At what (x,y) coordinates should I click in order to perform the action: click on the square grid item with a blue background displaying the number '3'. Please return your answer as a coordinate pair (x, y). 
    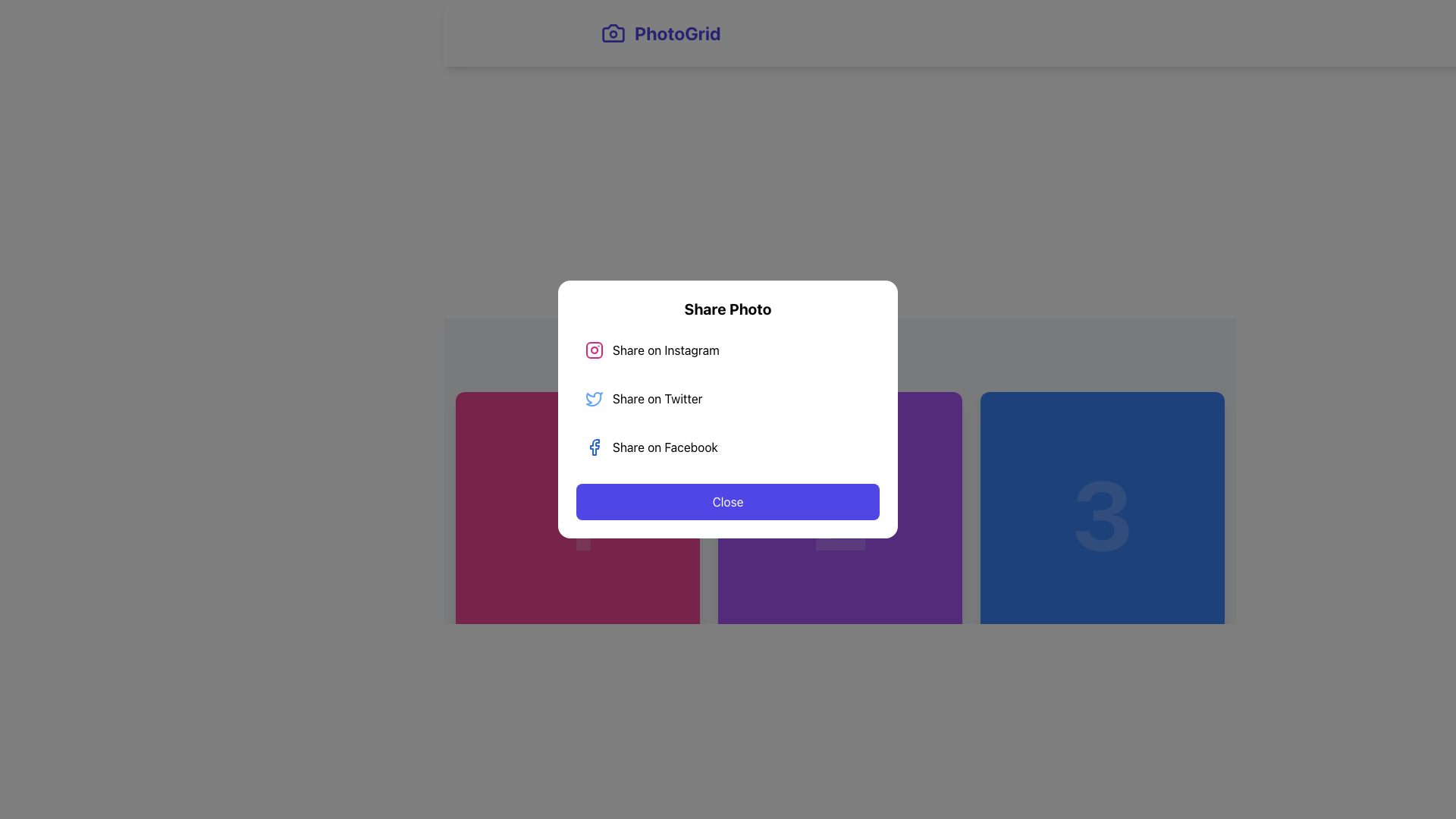
    Looking at the image, I should click on (1103, 513).